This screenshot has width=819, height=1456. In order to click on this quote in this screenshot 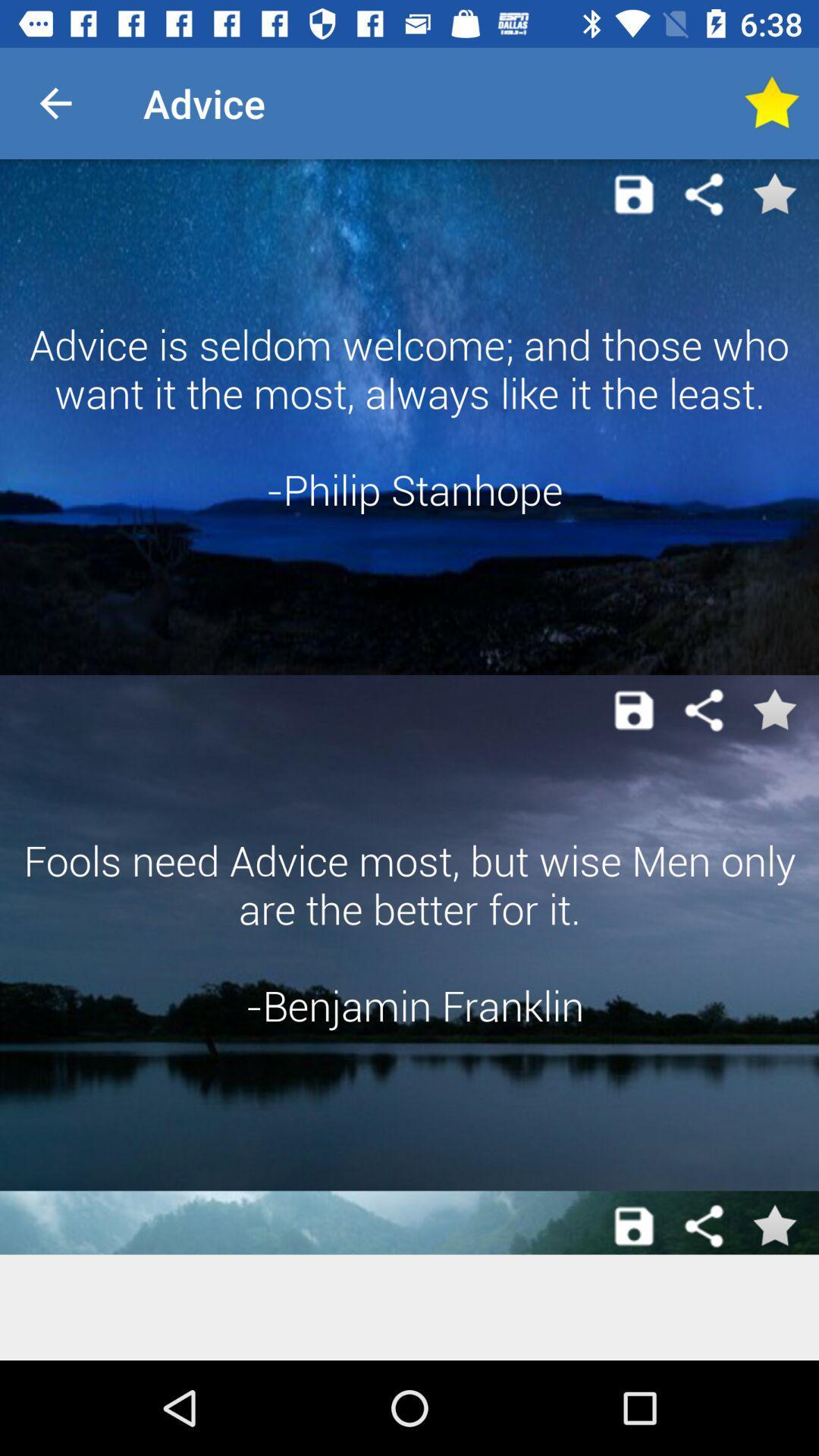, I will do `click(773, 1226)`.